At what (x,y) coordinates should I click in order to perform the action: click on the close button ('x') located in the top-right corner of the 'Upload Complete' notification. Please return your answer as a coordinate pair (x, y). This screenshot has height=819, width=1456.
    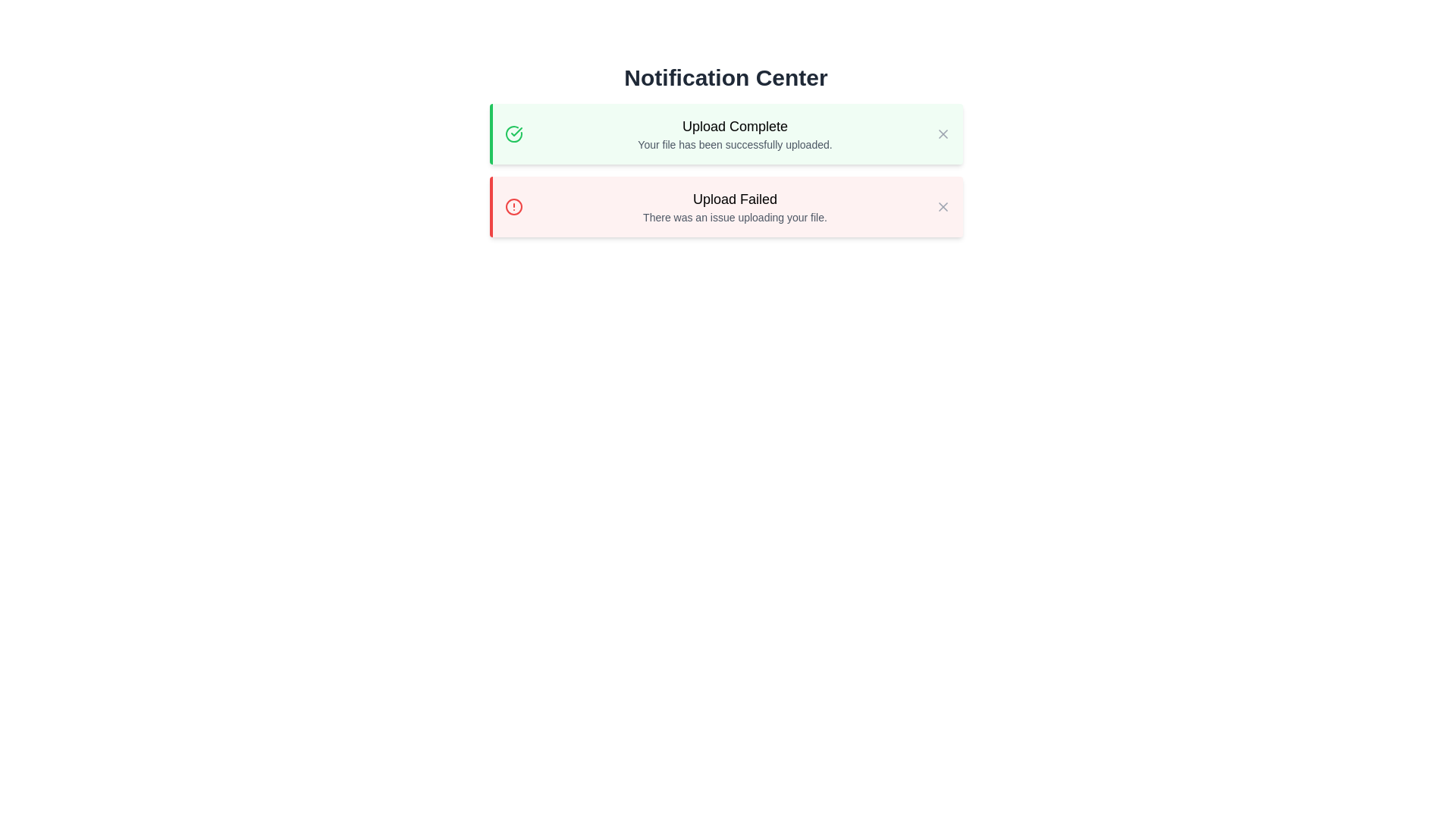
    Looking at the image, I should click on (942, 133).